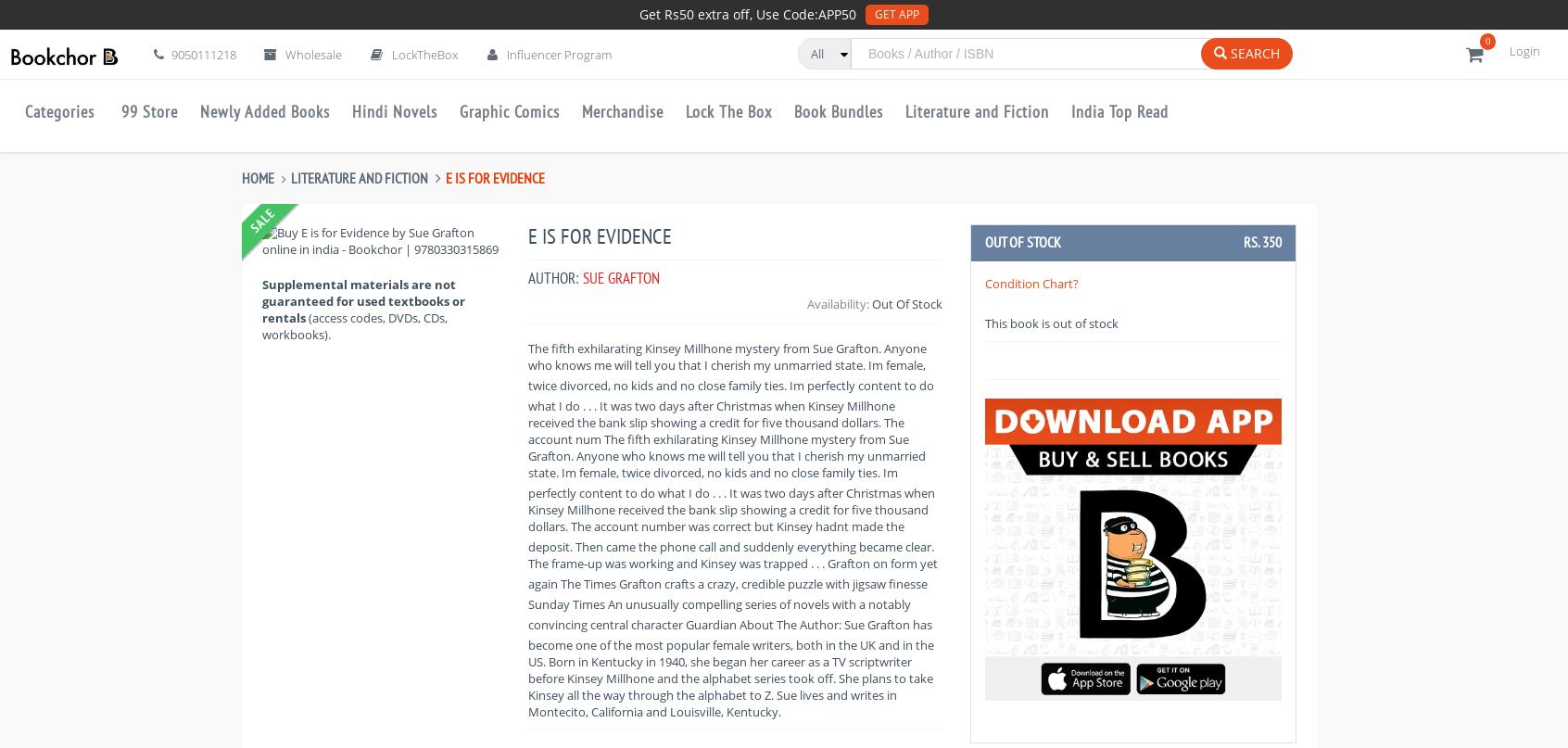  What do you see at coordinates (728, 110) in the screenshot?
I see `'Lock The Box'` at bounding box center [728, 110].